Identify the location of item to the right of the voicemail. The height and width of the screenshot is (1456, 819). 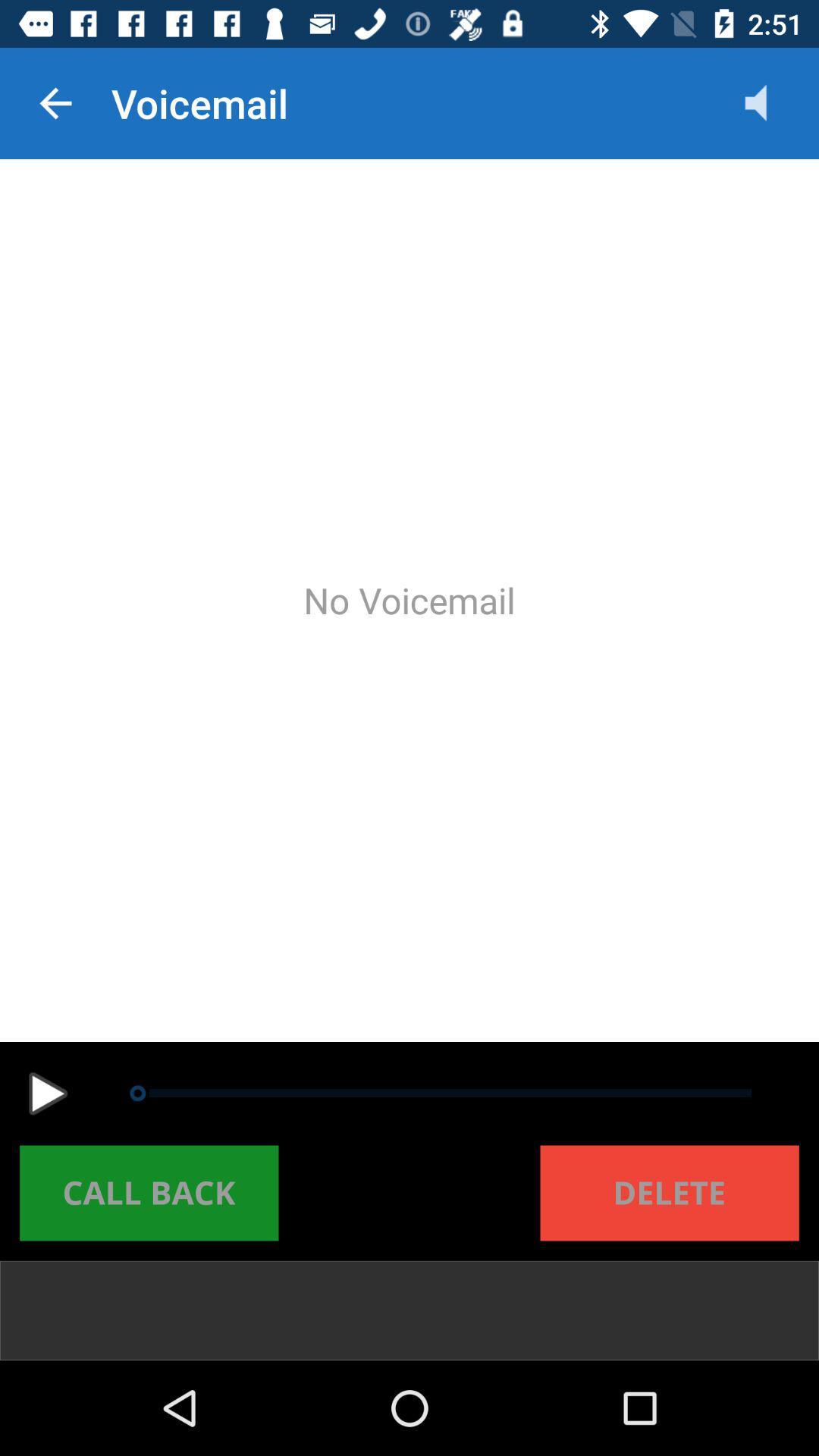
(771, 102).